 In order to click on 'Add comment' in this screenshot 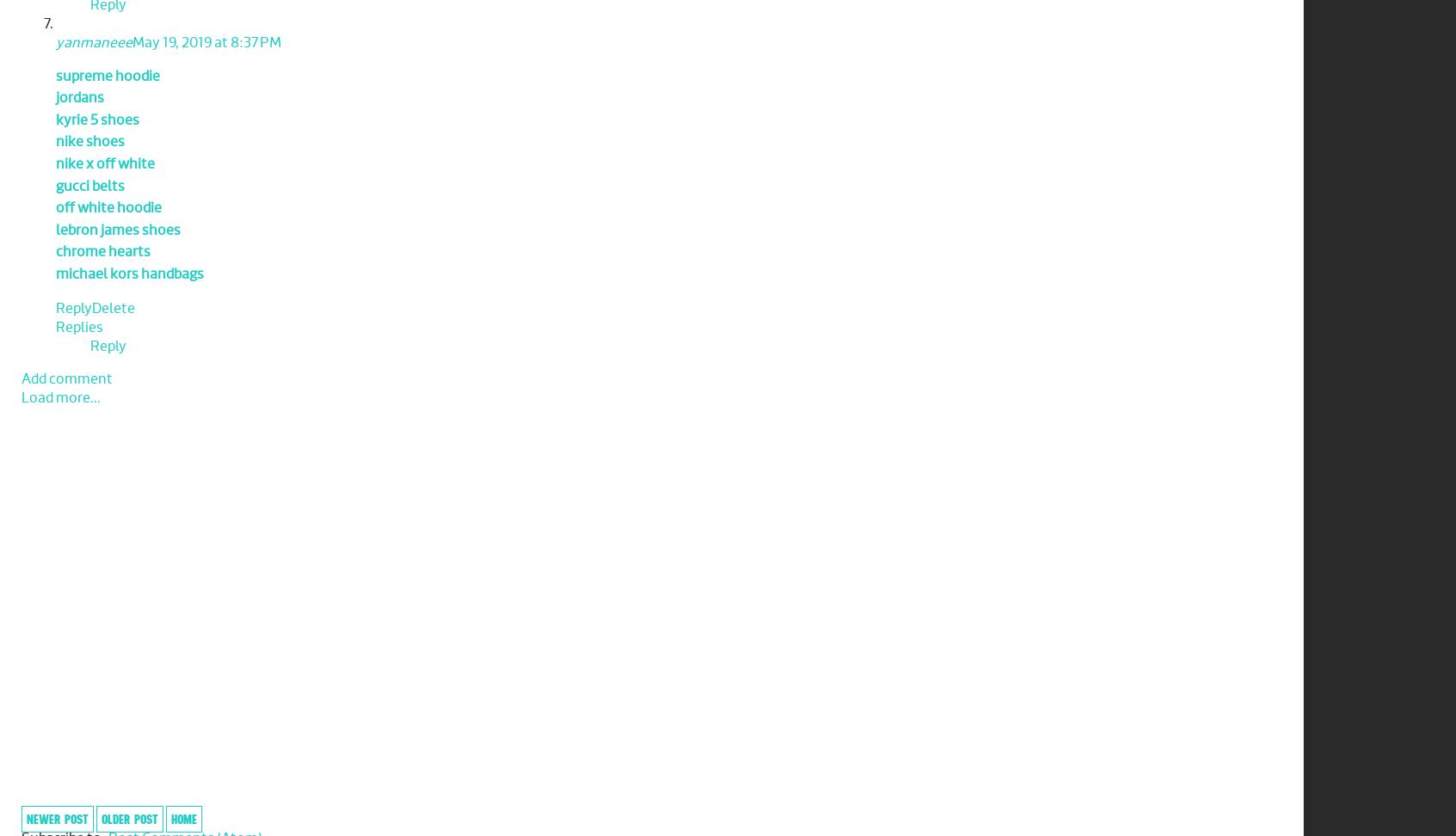, I will do `click(67, 378)`.